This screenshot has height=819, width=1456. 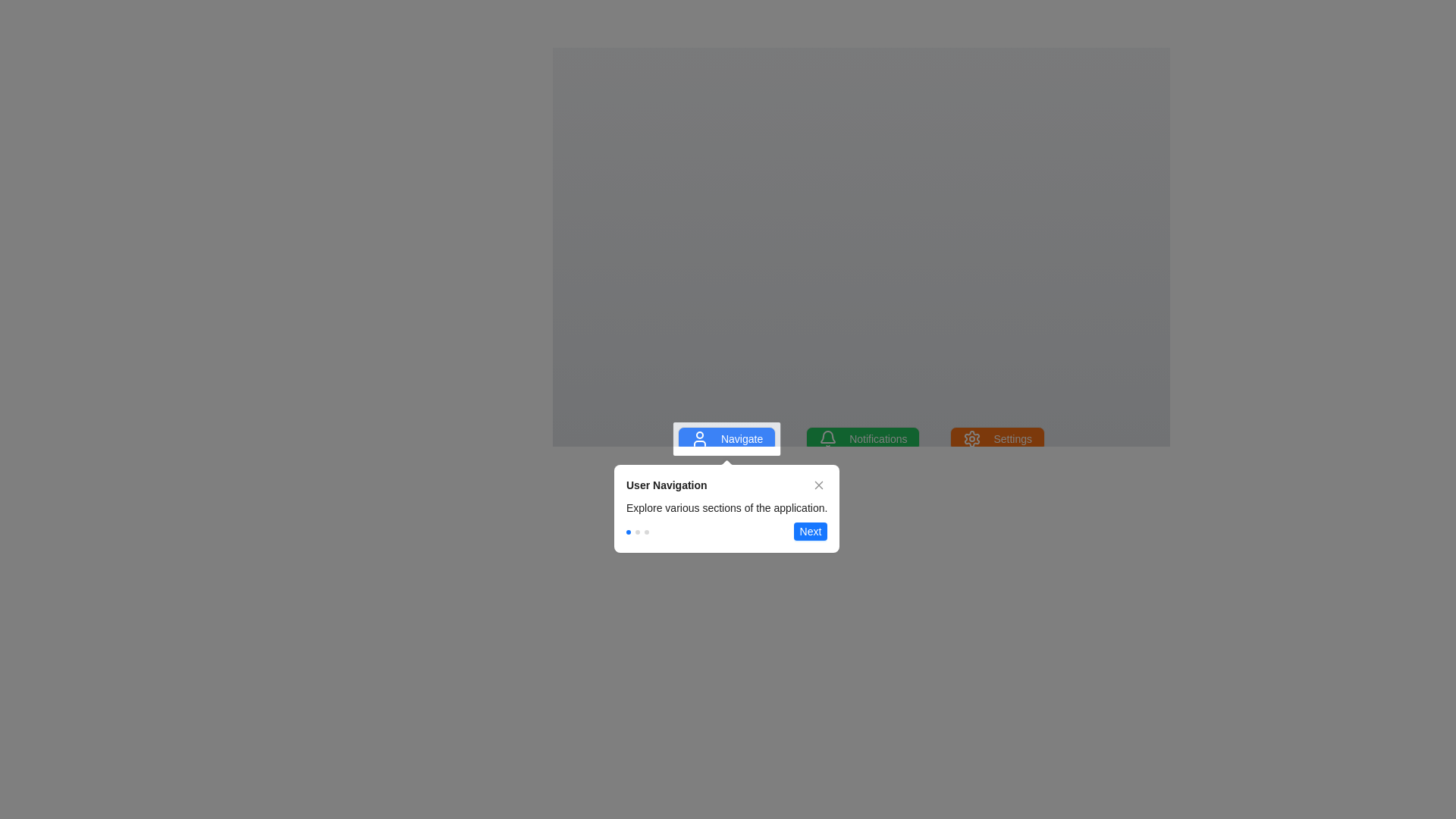 What do you see at coordinates (972, 438) in the screenshot?
I see `the settings icon located on the far right of the toolbar, adjacent to the 'Notifications' icon` at bounding box center [972, 438].